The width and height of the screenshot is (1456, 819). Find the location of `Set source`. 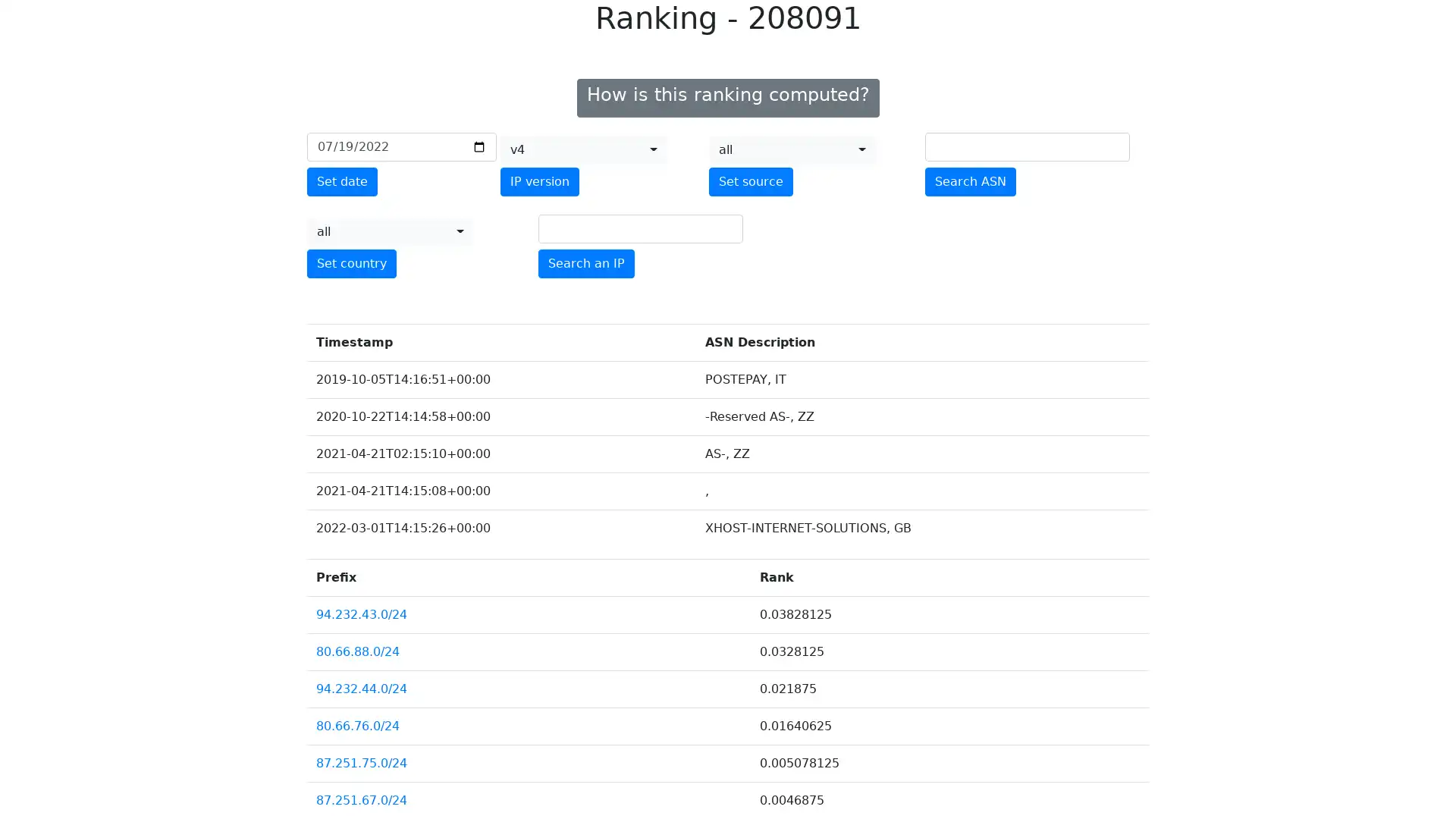

Set source is located at coordinates (751, 180).